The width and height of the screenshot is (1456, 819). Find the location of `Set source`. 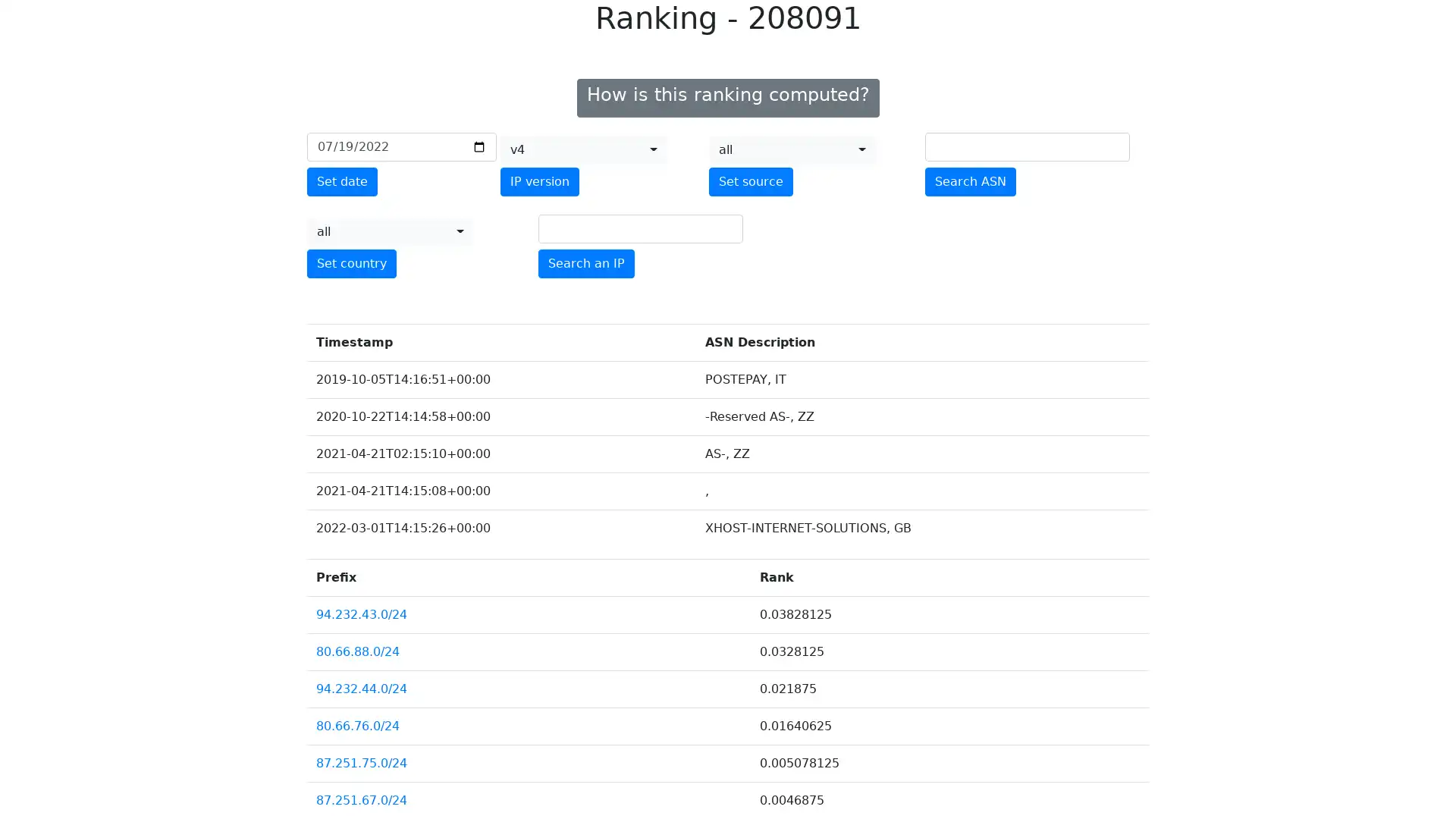

Set source is located at coordinates (751, 180).